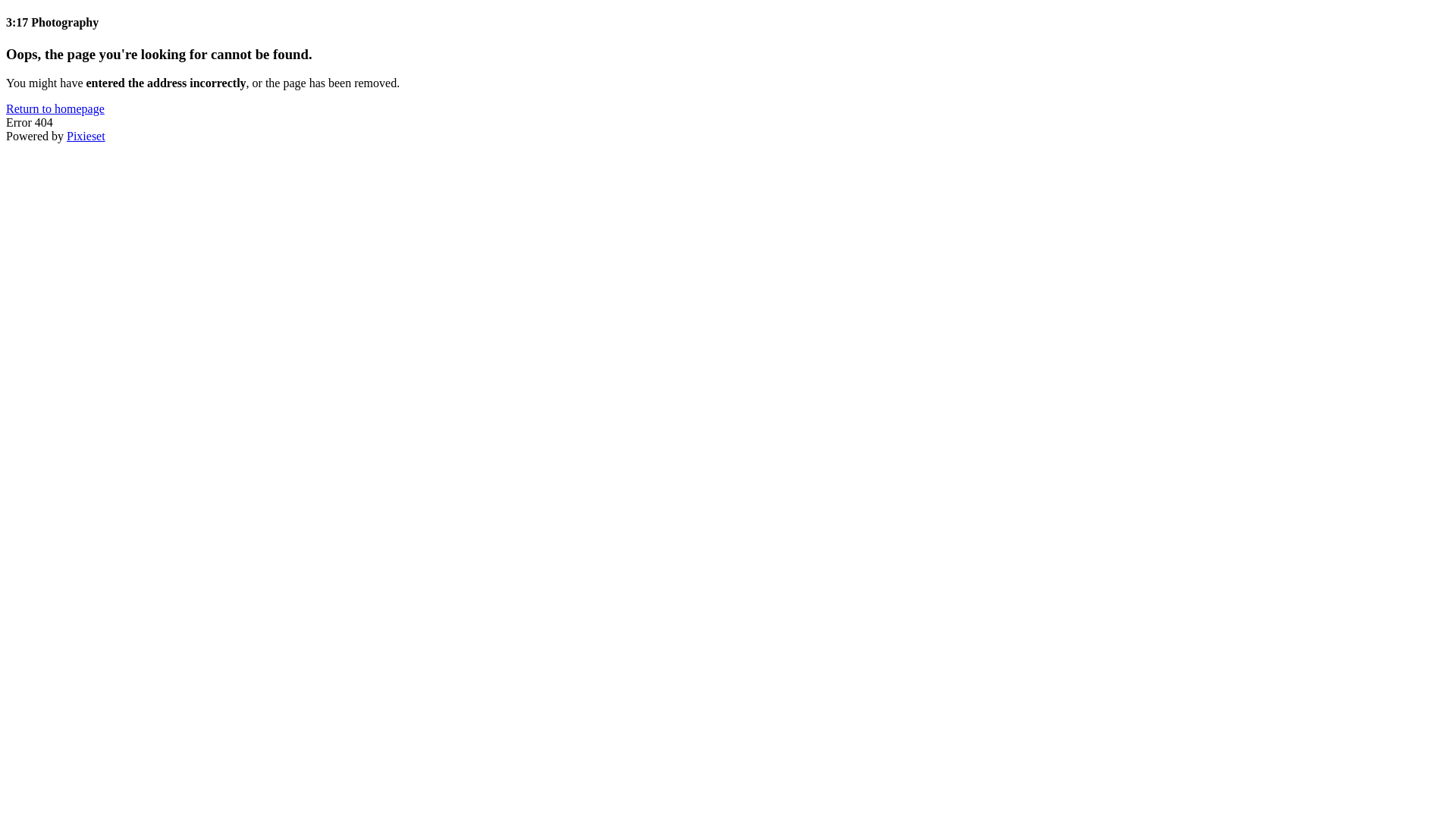 The image size is (1456, 819). What do you see at coordinates (85, 135) in the screenshot?
I see `'Pixieset'` at bounding box center [85, 135].